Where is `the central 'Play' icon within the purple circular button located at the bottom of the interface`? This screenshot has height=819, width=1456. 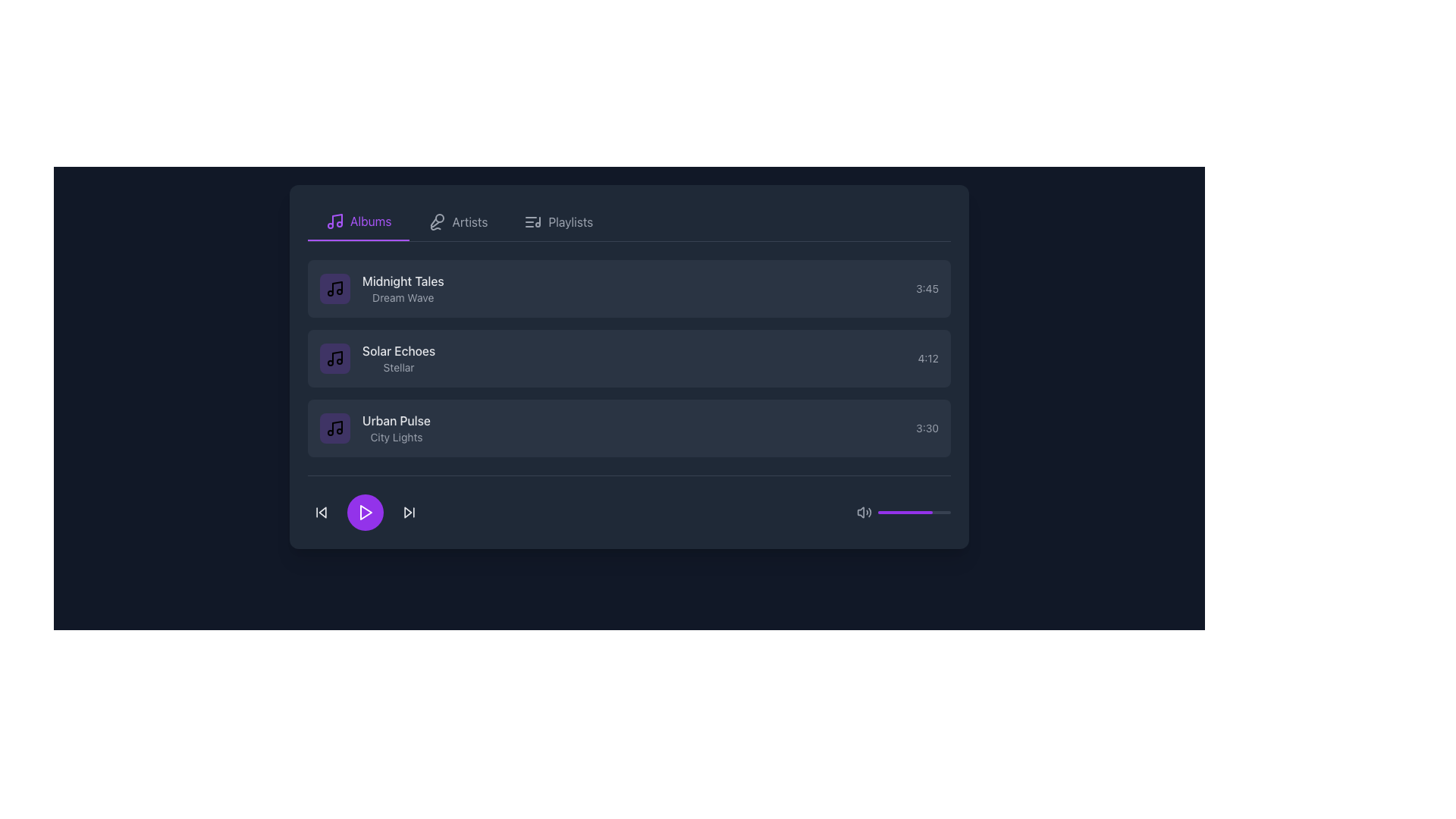
the central 'Play' icon within the purple circular button located at the bottom of the interface is located at coordinates (365, 512).